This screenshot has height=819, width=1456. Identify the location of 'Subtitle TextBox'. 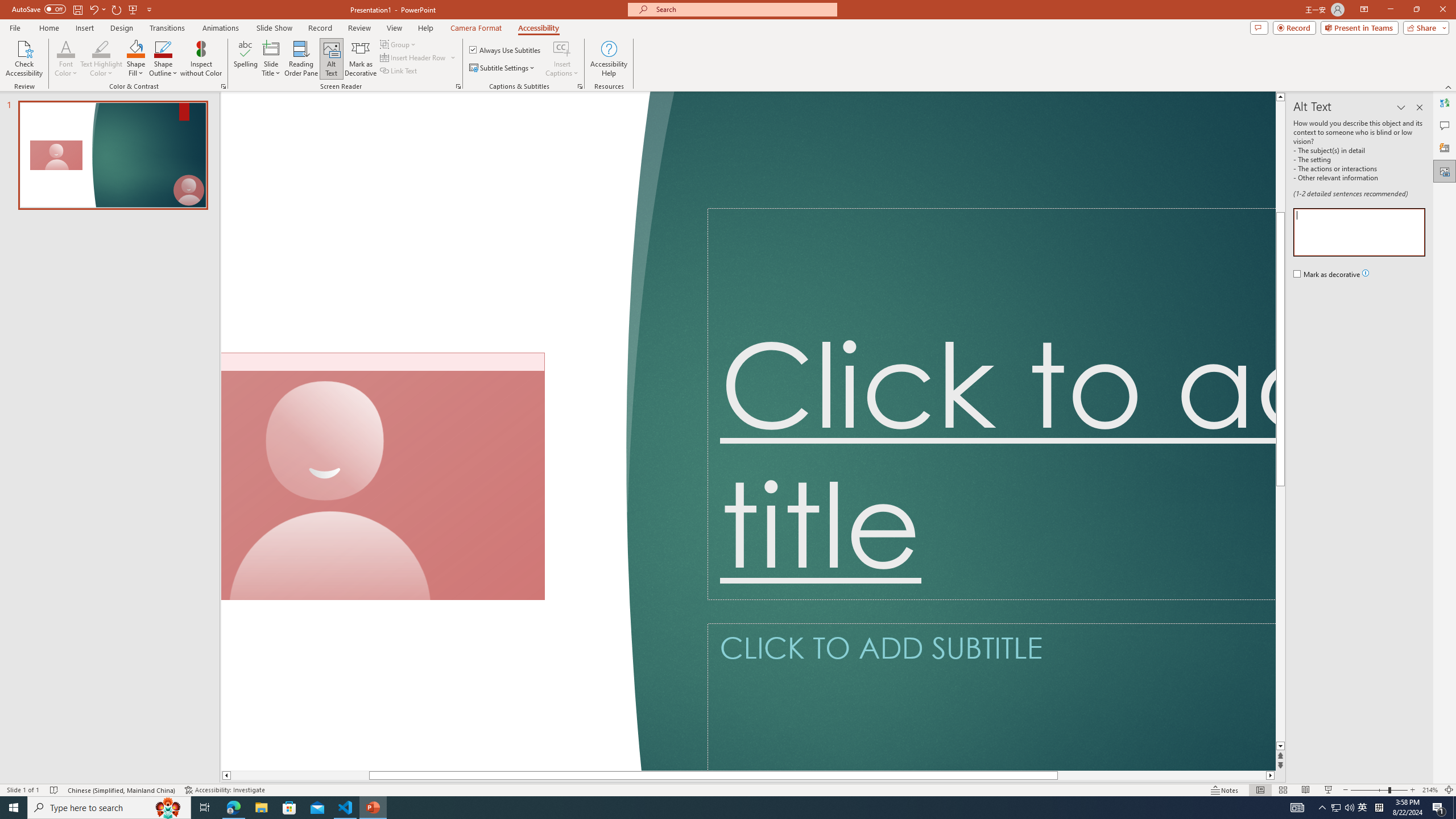
(991, 697).